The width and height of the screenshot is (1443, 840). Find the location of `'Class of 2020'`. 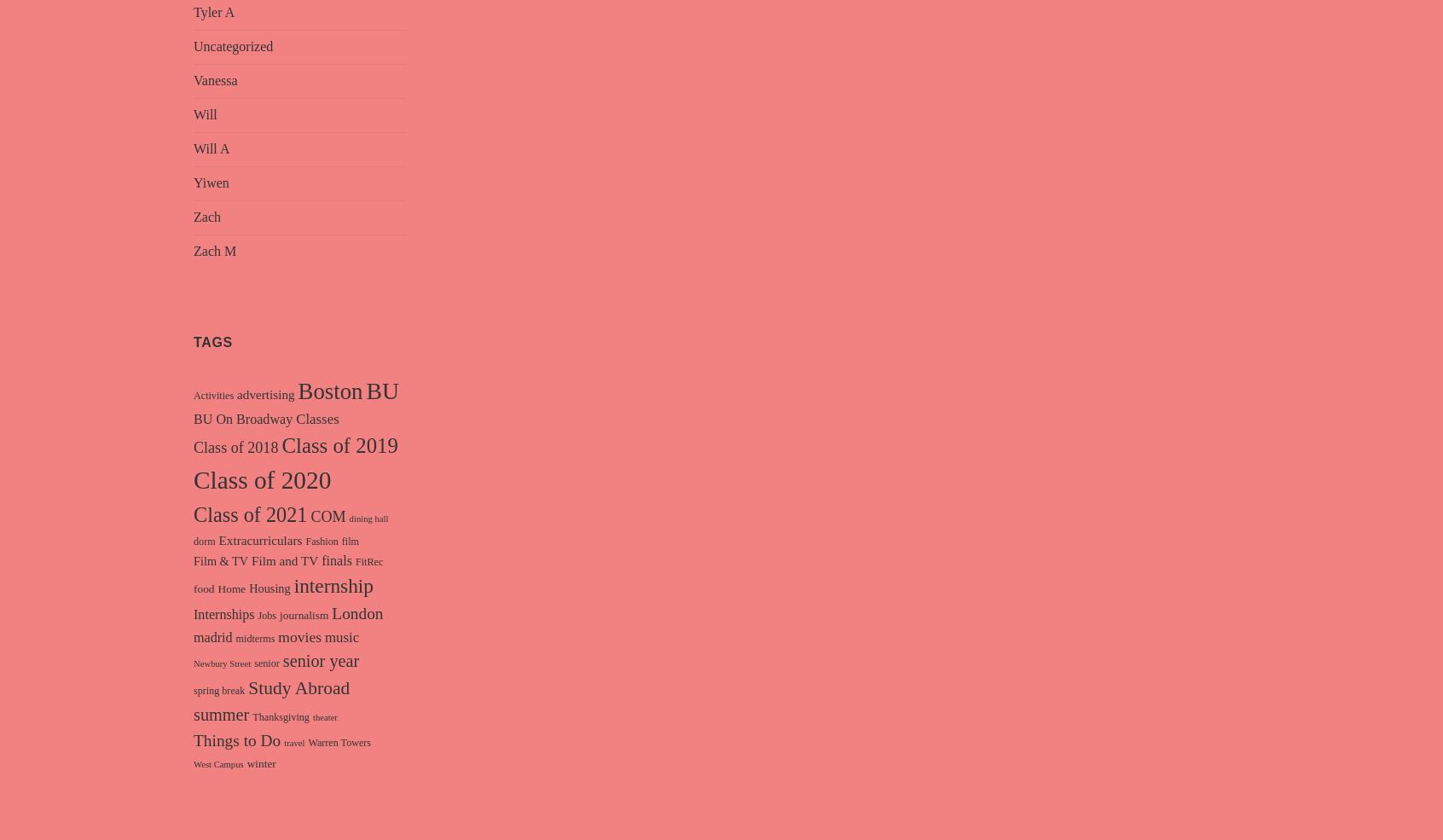

'Class of 2020' is located at coordinates (261, 479).